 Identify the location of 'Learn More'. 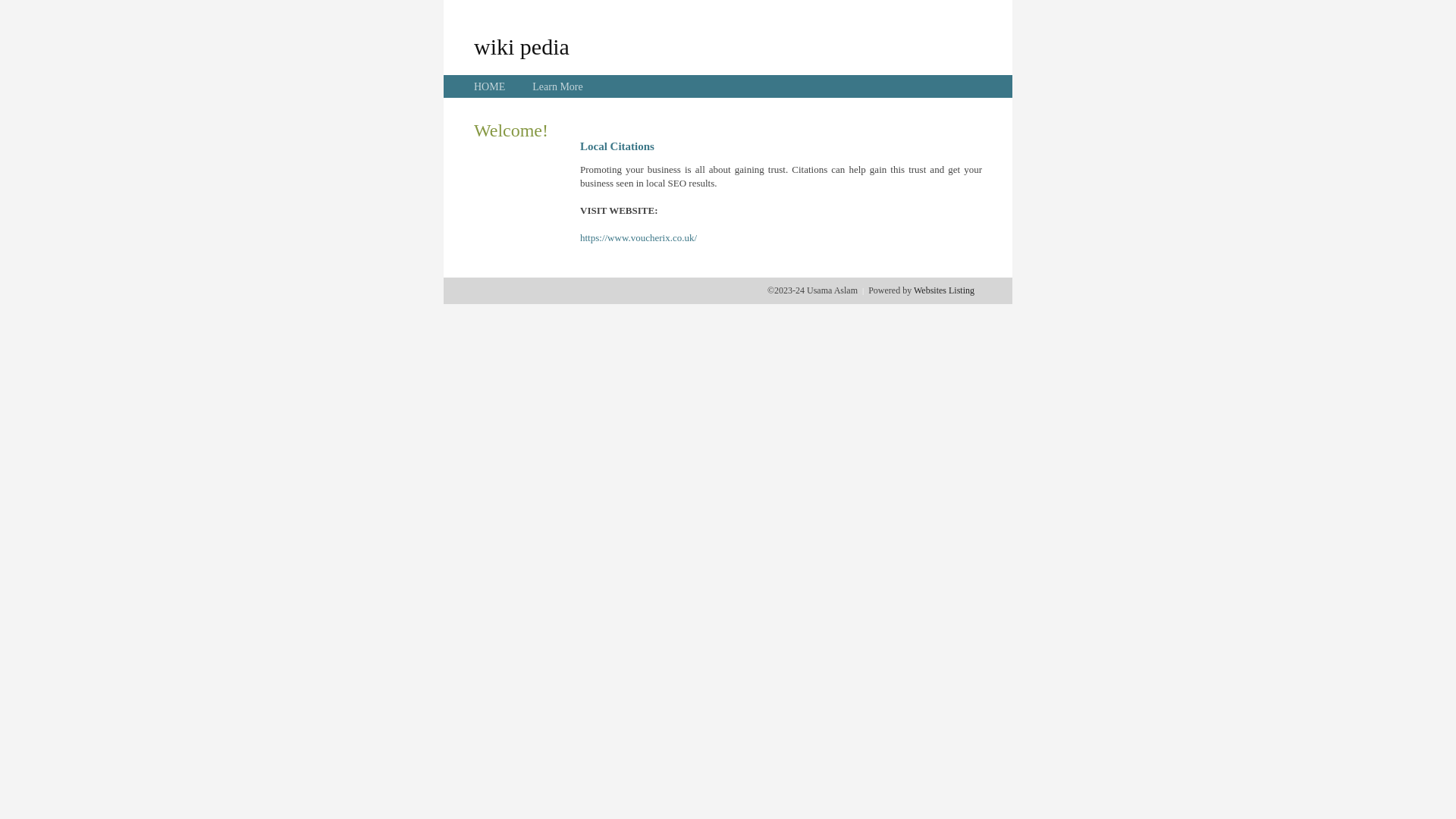
(532, 86).